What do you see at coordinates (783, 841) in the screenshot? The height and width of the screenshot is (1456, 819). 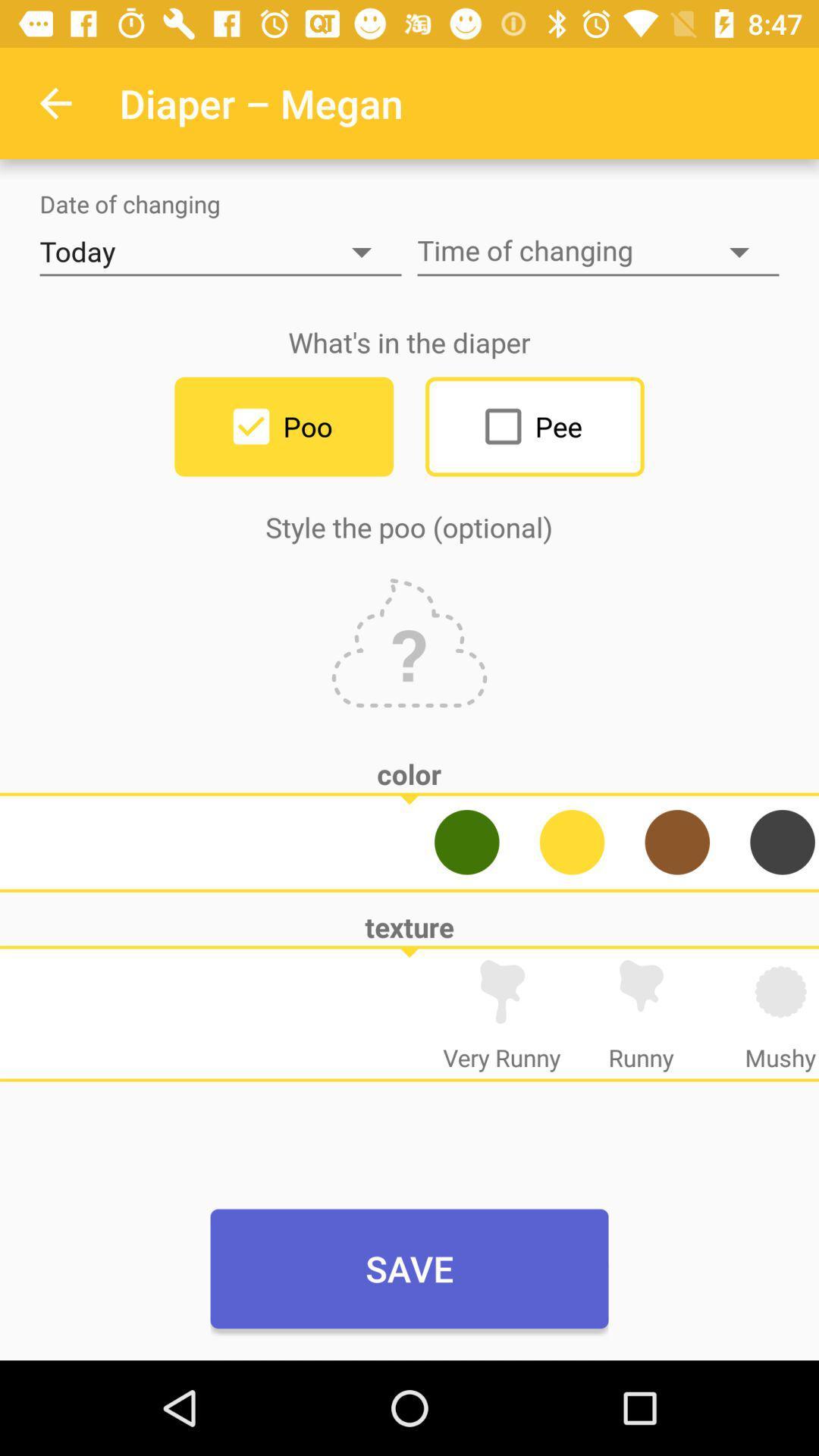 I see `color for diaper` at bounding box center [783, 841].